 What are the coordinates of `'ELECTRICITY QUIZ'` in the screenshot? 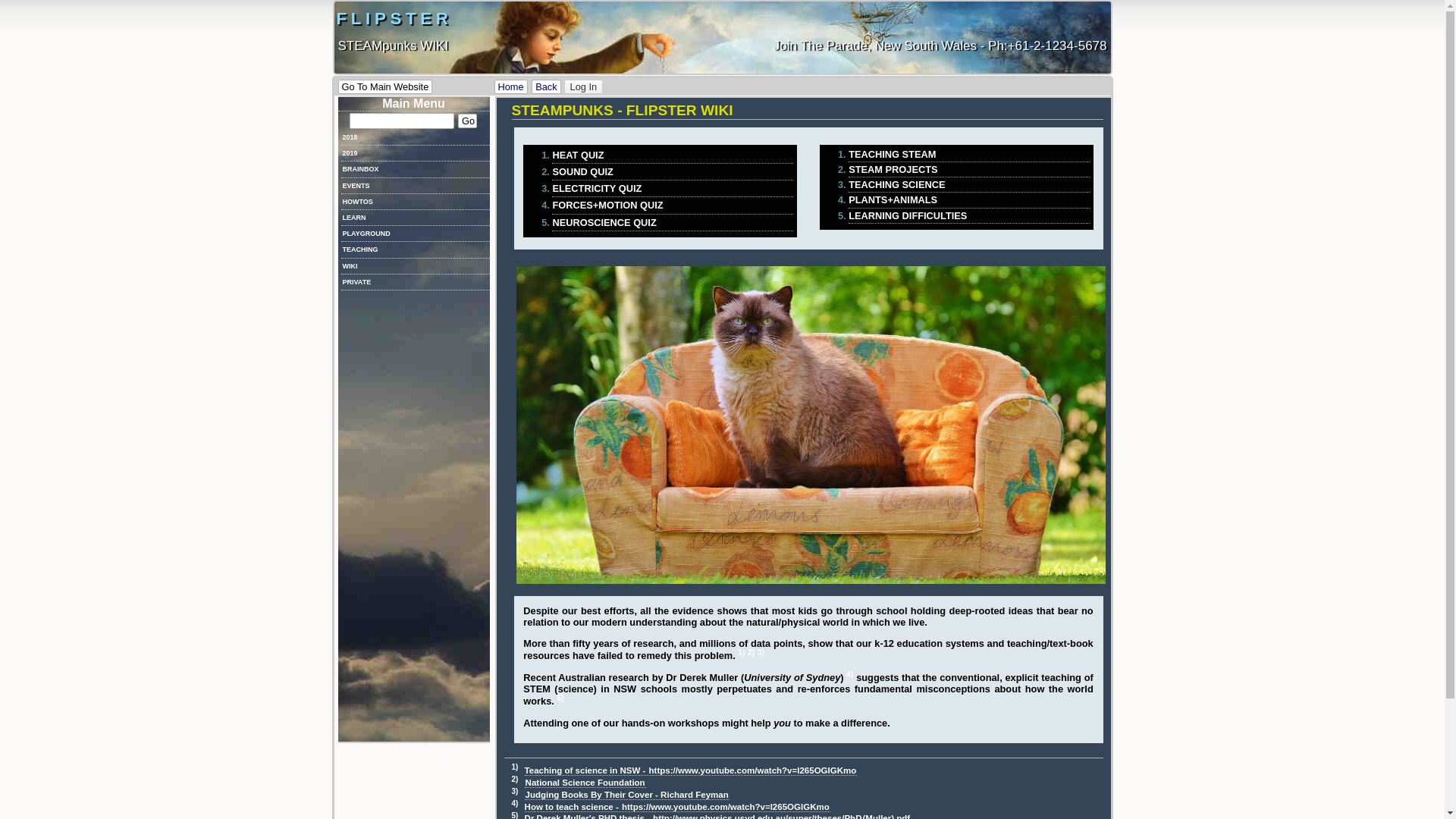 It's located at (671, 188).